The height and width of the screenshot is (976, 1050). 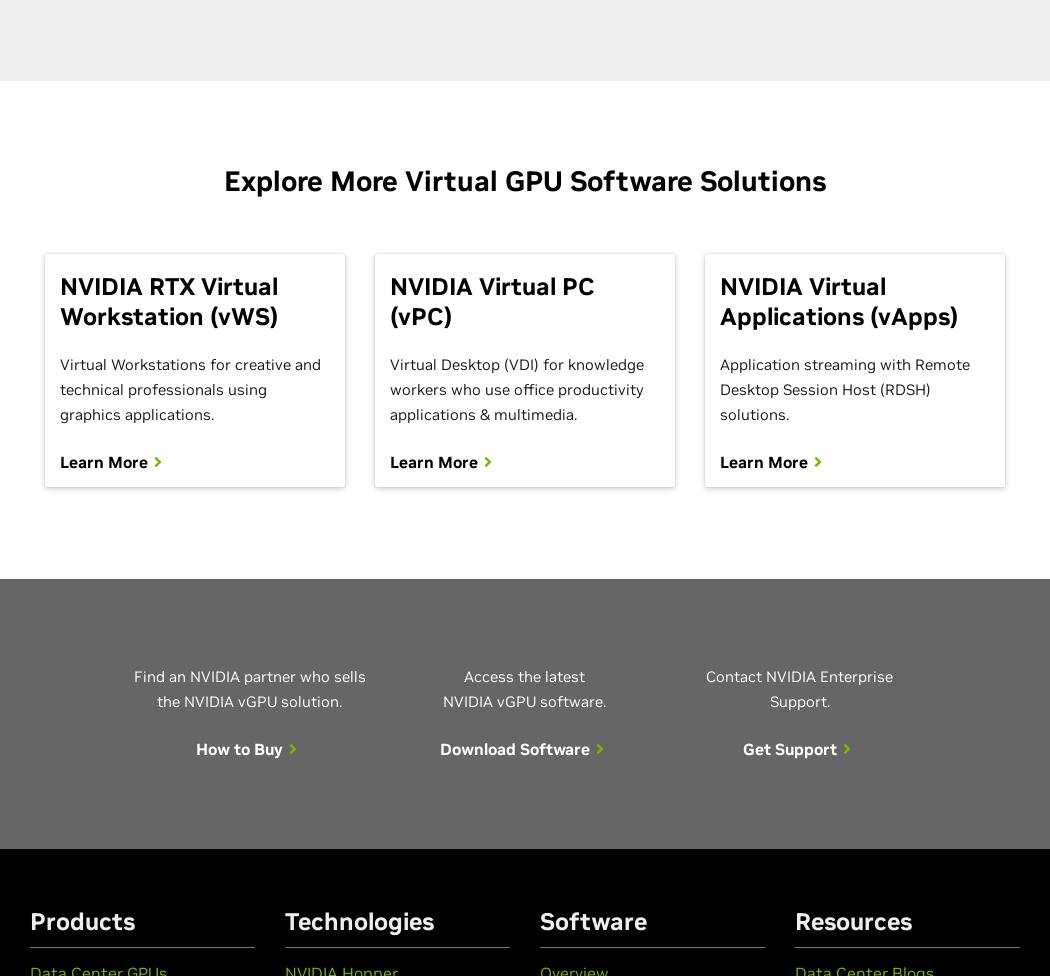 I want to click on 'NVIDIA RTX Virtual Workstation (vWS)', so click(x=169, y=301).